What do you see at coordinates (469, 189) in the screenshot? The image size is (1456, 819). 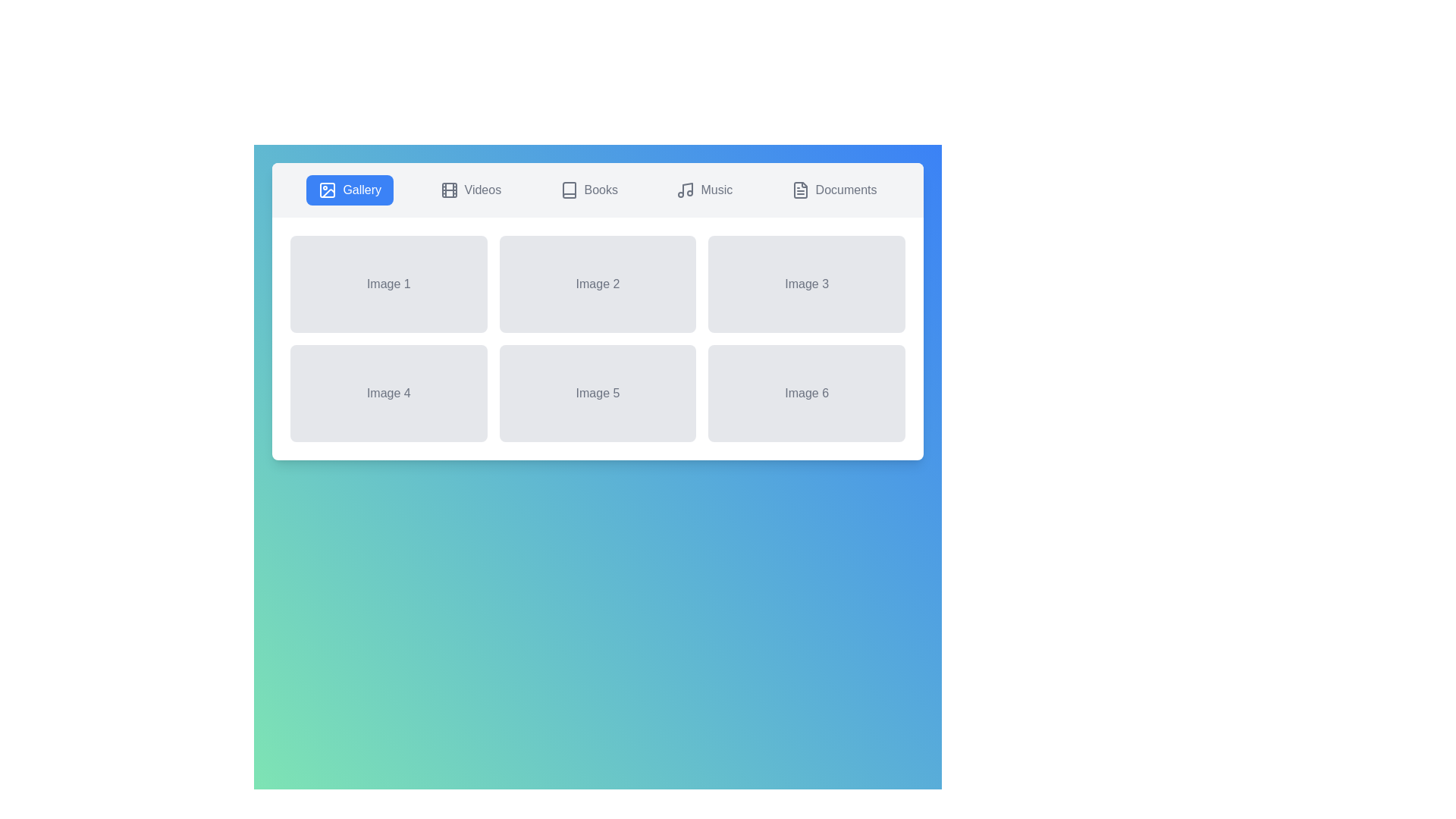 I see `the 'Videos' tab in the horizontal menu bar` at bounding box center [469, 189].